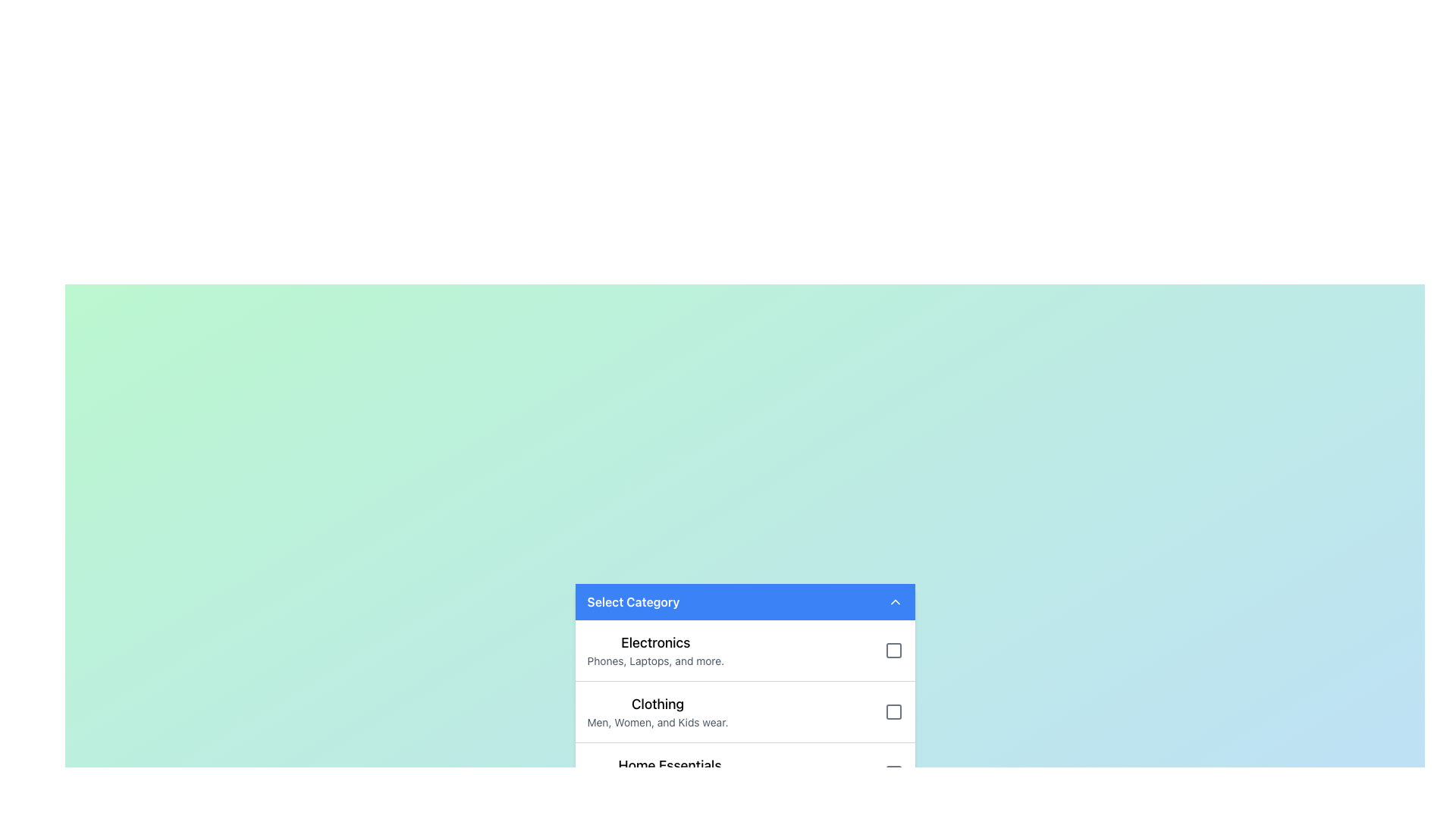  Describe the element at coordinates (745, 711) in the screenshot. I see `the checkbox for the 'Clothing' category in the dropdown list` at that location.